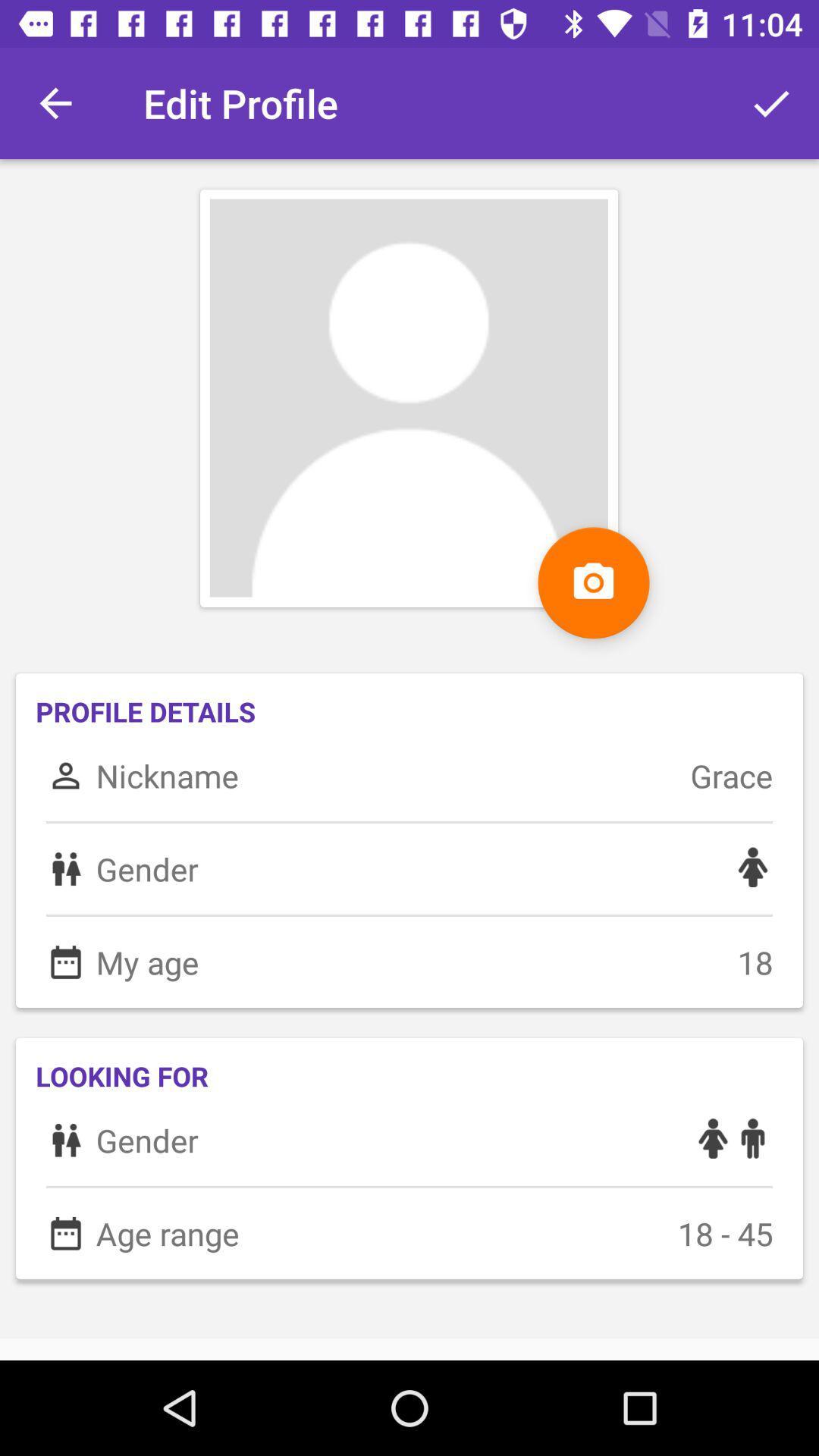 Image resolution: width=819 pixels, height=1456 pixels. What do you see at coordinates (593, 582) in the screenshot?
I see `the photo icon` at bounding box center [593, 582].